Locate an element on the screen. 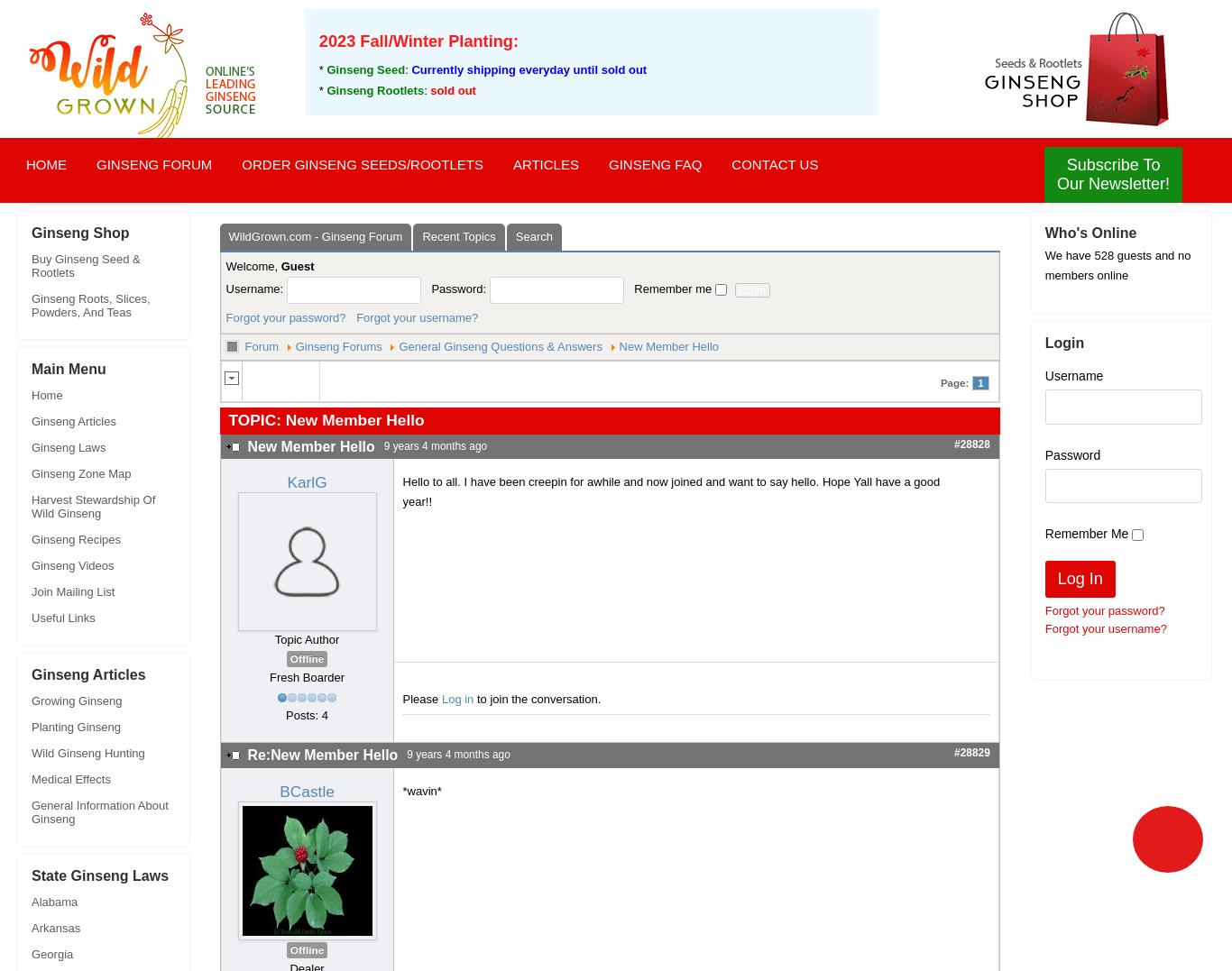  'Ginseng Forum' is located at coordinates (153, 163).